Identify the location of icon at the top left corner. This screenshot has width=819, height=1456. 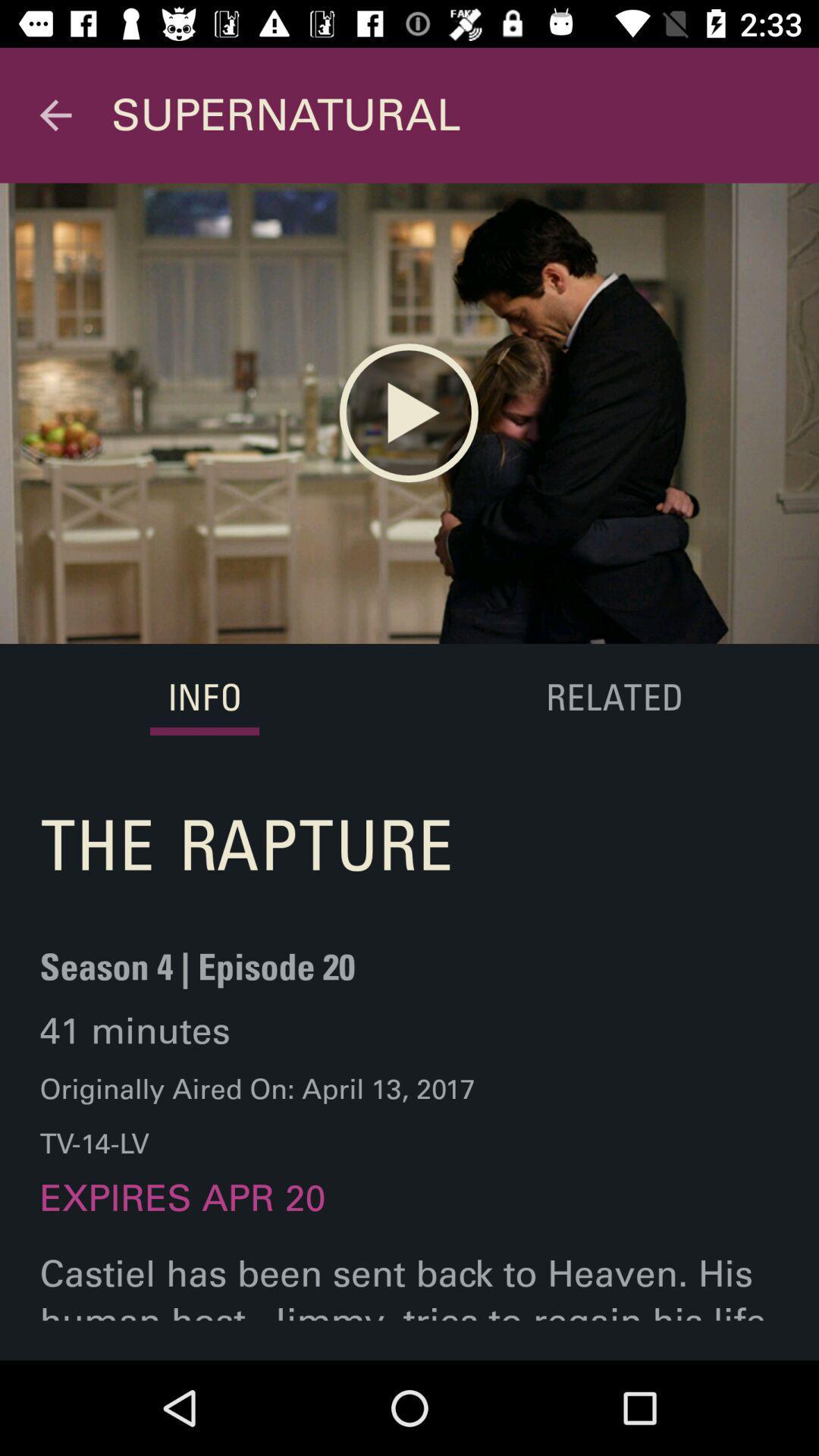
(55, 115).